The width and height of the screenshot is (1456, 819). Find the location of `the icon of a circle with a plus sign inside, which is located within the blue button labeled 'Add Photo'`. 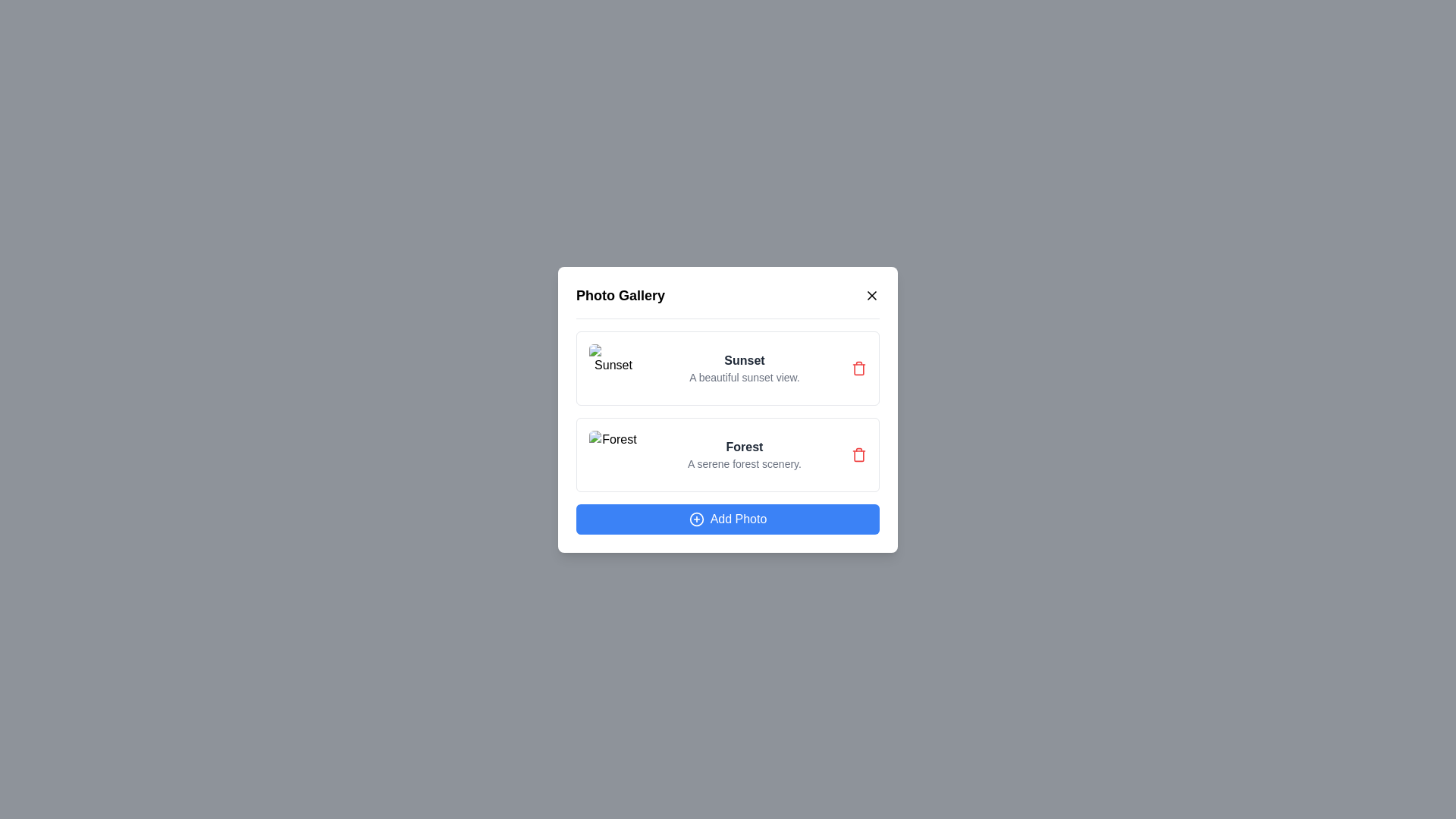

the icon of a circle with a plus sign inside, which is located within the blue button labeled 'Add Photo' is located at coordinates (695, 518).